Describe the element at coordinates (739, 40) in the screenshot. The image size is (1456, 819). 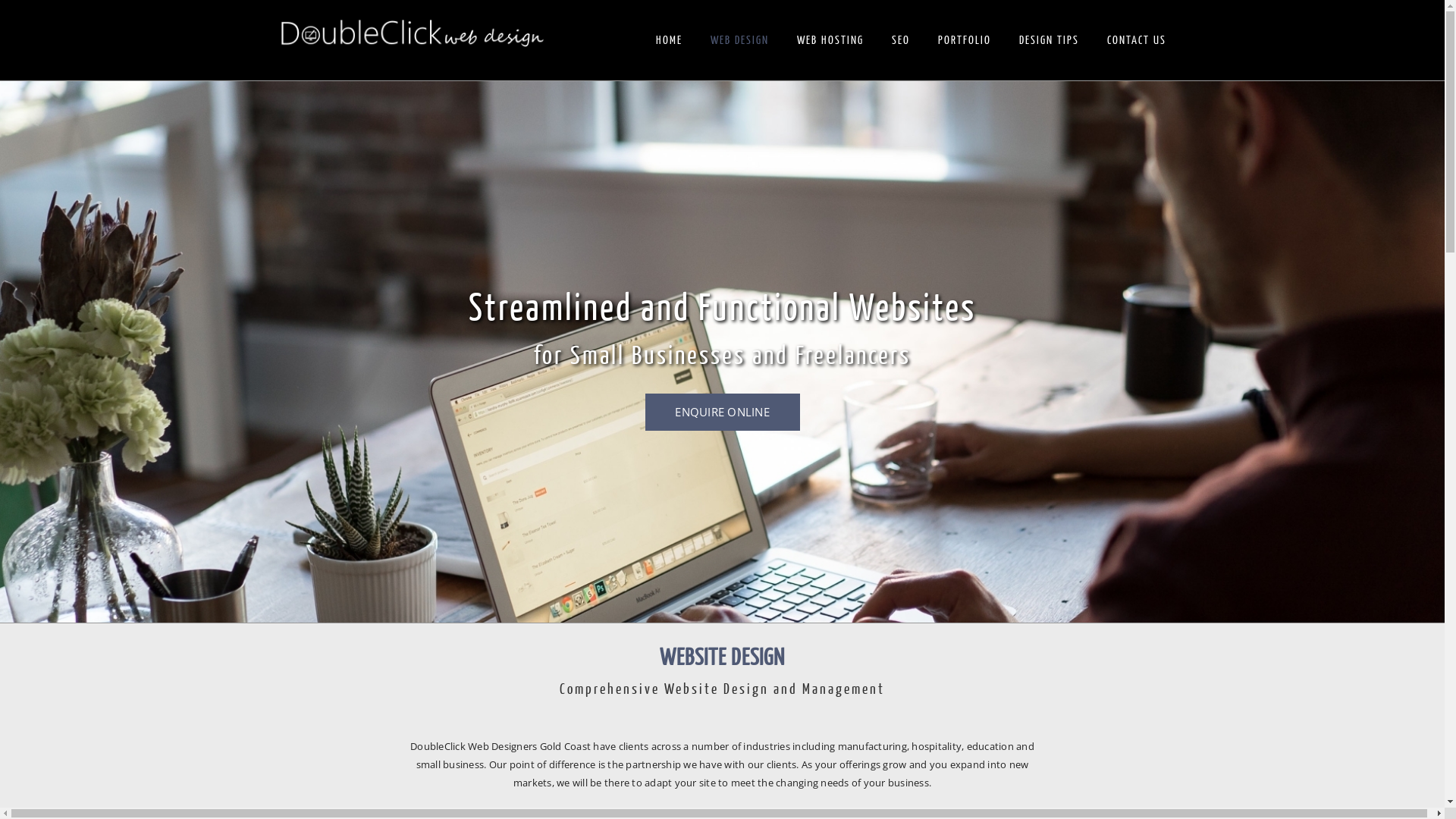
I see `'WEB DESIGN'` at that location.